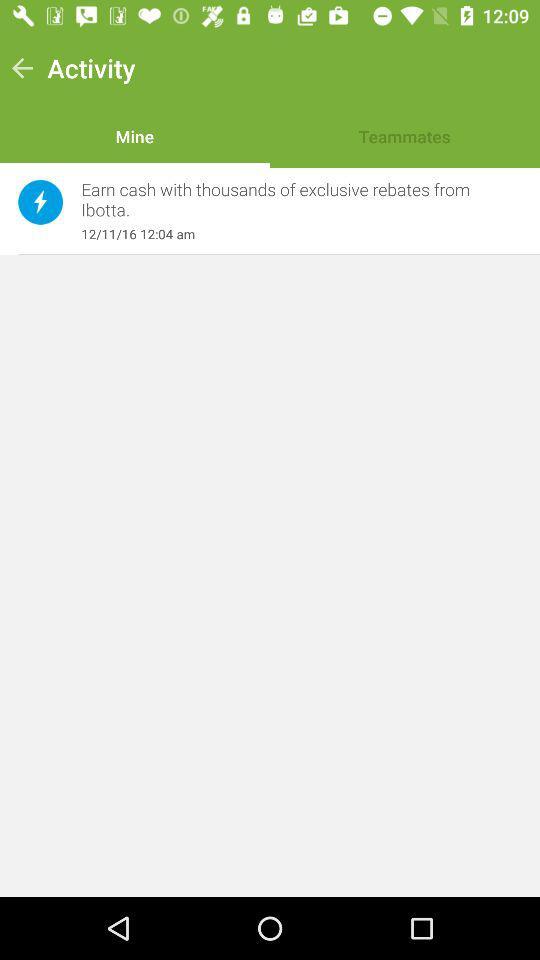  Describe the element at coordinates (90, 68) in the screenshot. I see `the activity` at that location.